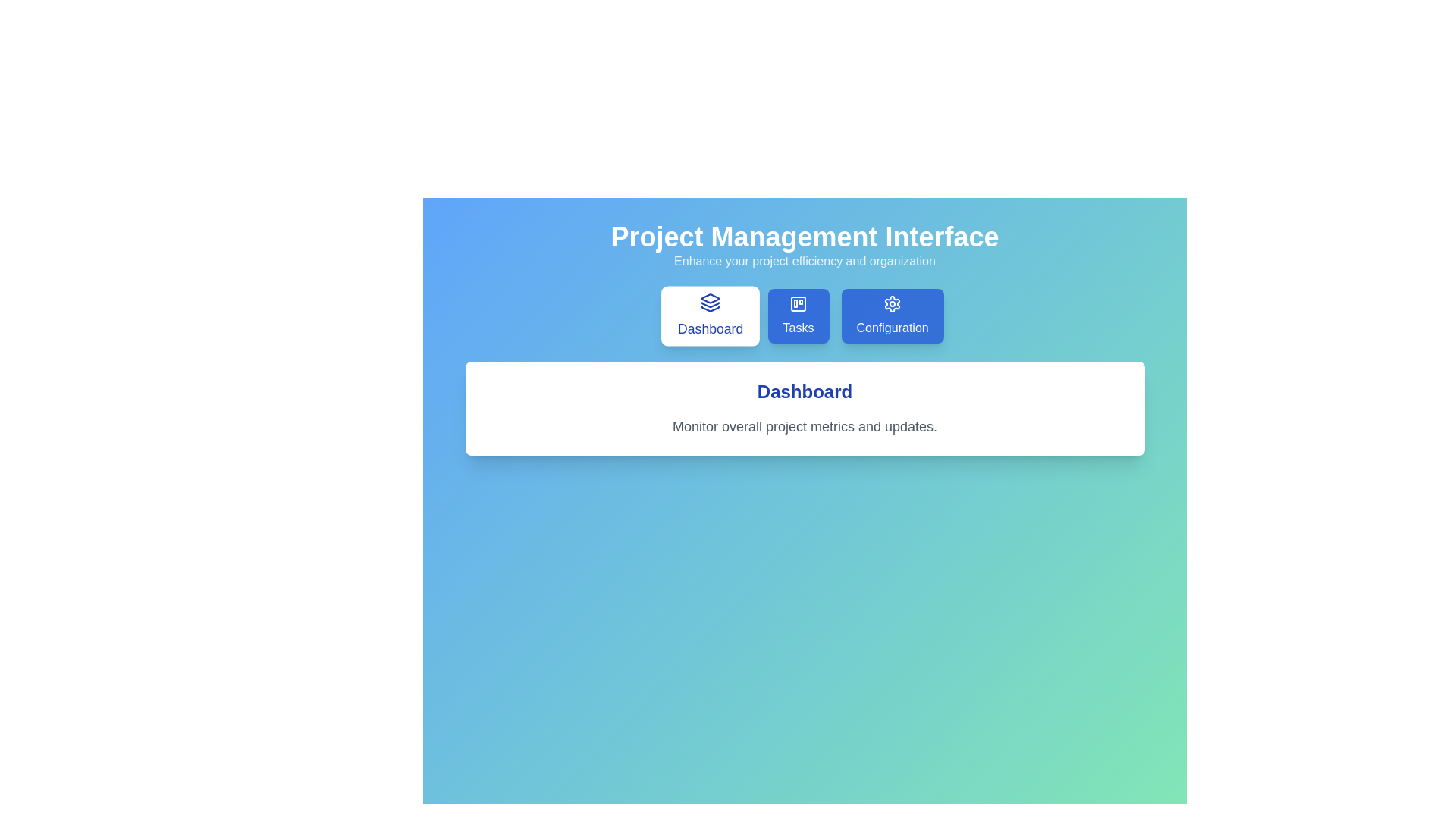 The height and width of the screenshot is (819, 1456). Describe the element at coordinates (798, 315) in the screenshot. I see `the tab labeled Tasks` at that location.